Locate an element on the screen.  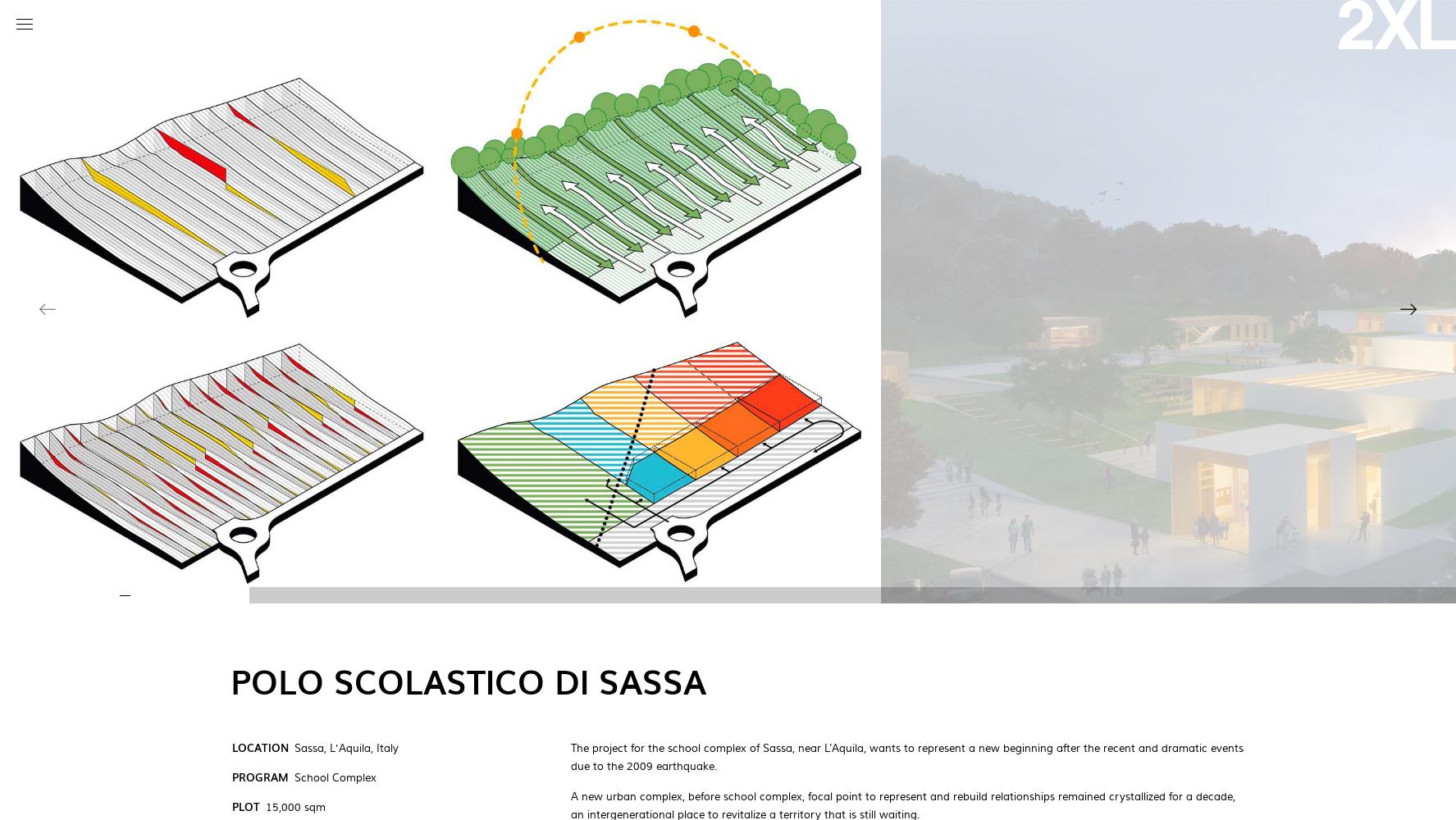
'School Complex' is located at coordinates (335, 777).